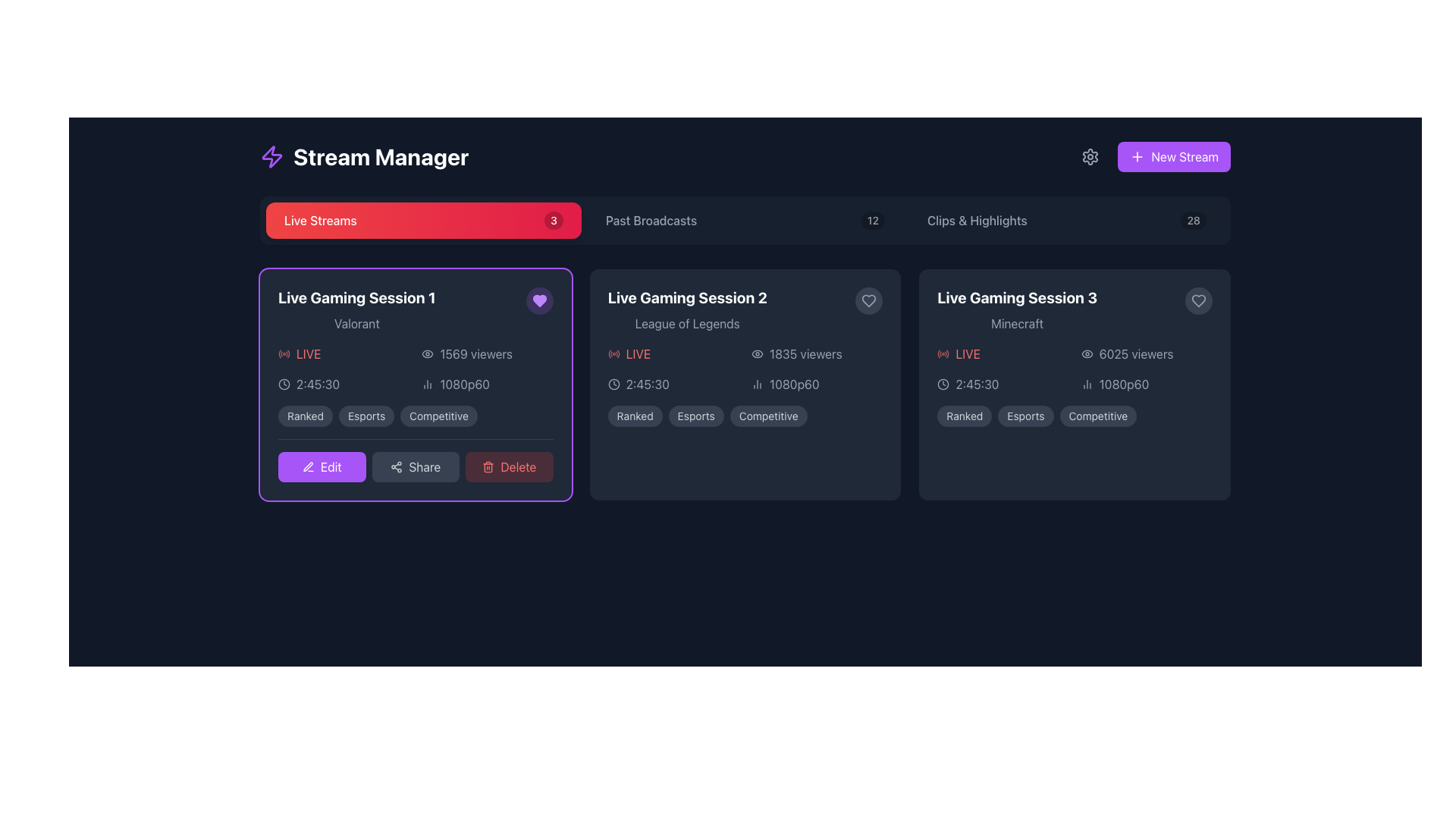 The height and width of the screenshot is (819, 1456). I want to click on live stream information from the grid layout element below the titles 'Live Gaming Session 1' and 'Valorant', and above the tags 'Ranked', 'Esports', 'Competitive', so click(416, 369).